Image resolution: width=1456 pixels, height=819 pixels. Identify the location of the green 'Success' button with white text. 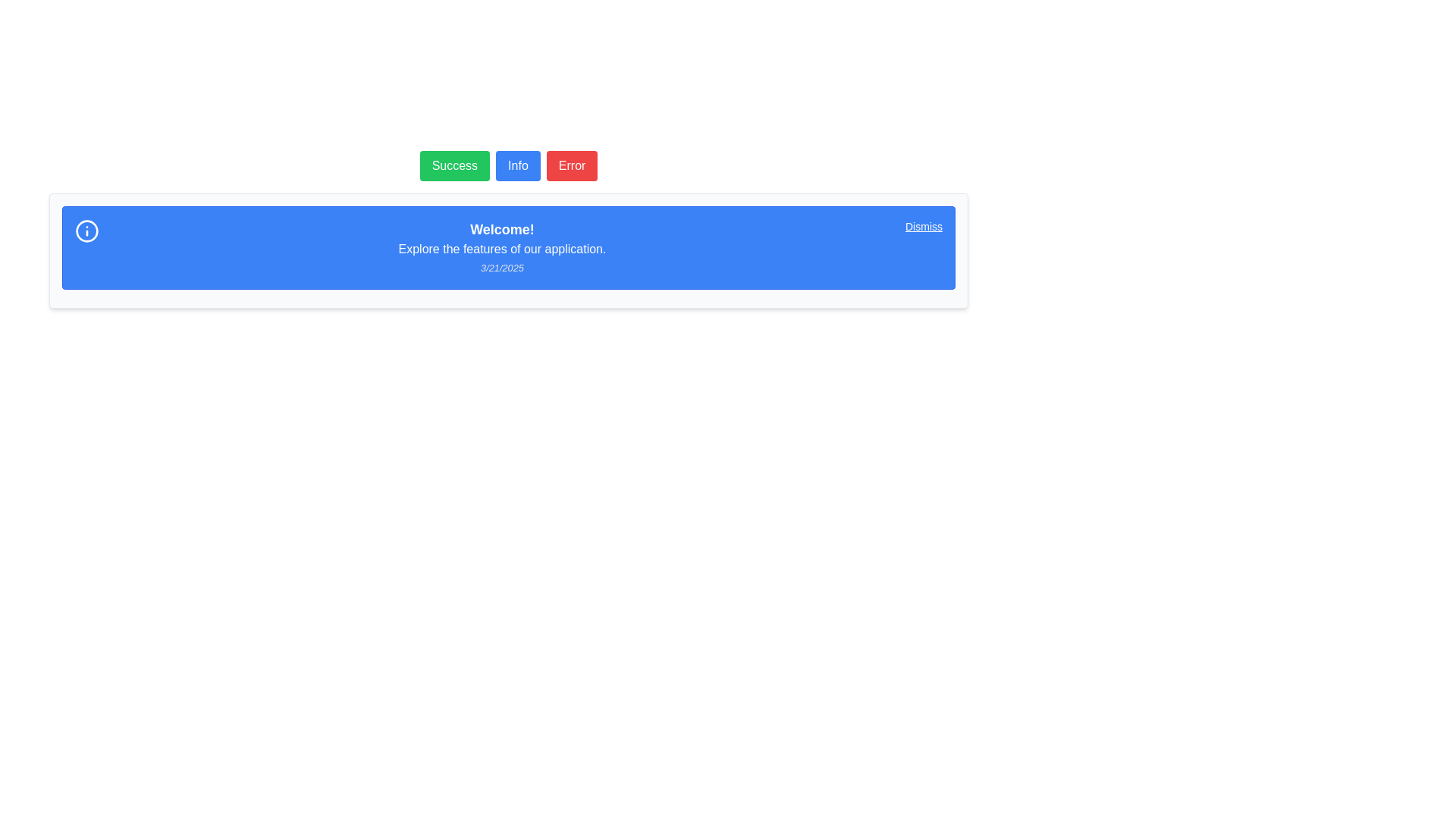
(453, 166).